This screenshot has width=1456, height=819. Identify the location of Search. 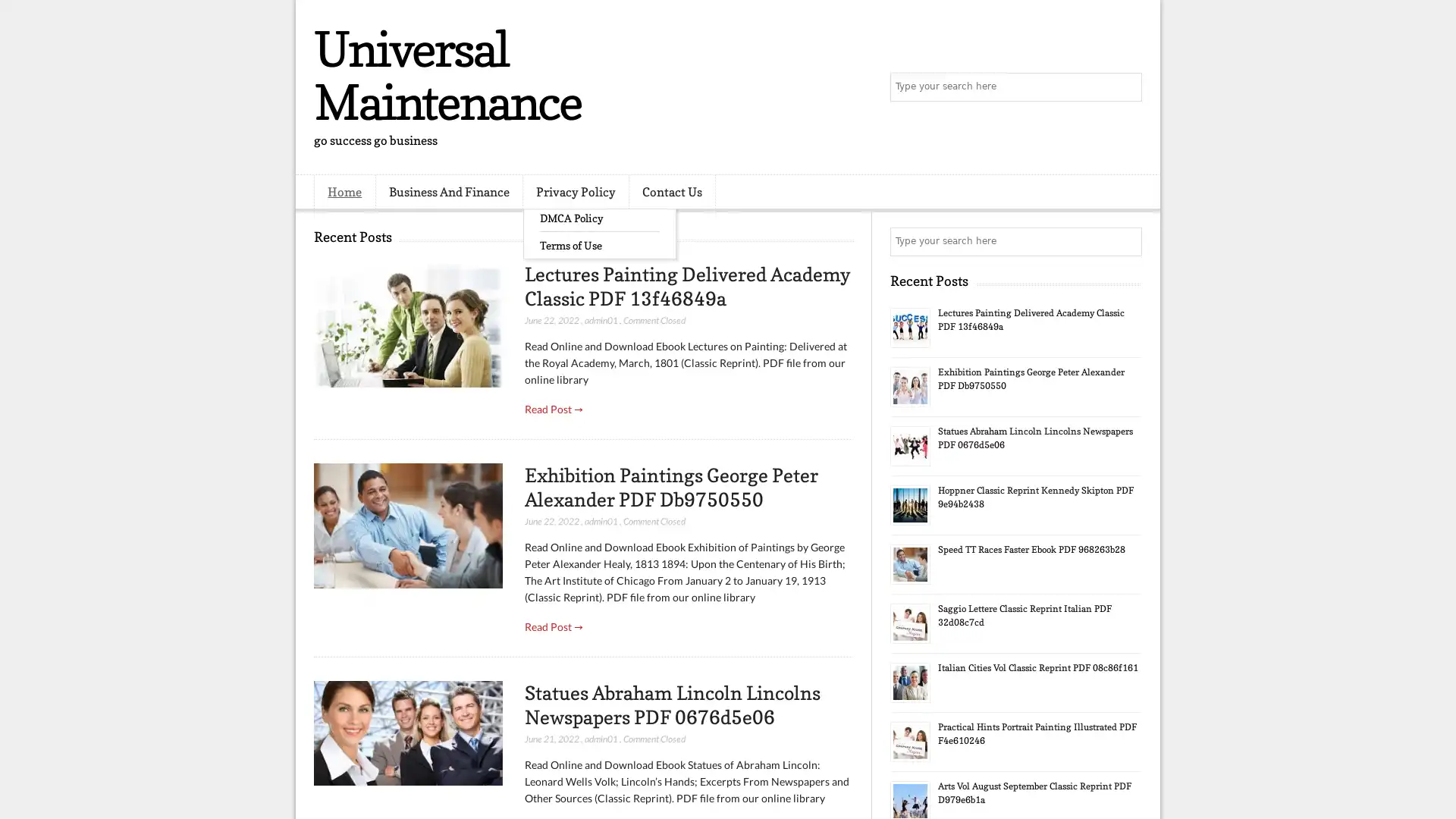
(1126, 87).